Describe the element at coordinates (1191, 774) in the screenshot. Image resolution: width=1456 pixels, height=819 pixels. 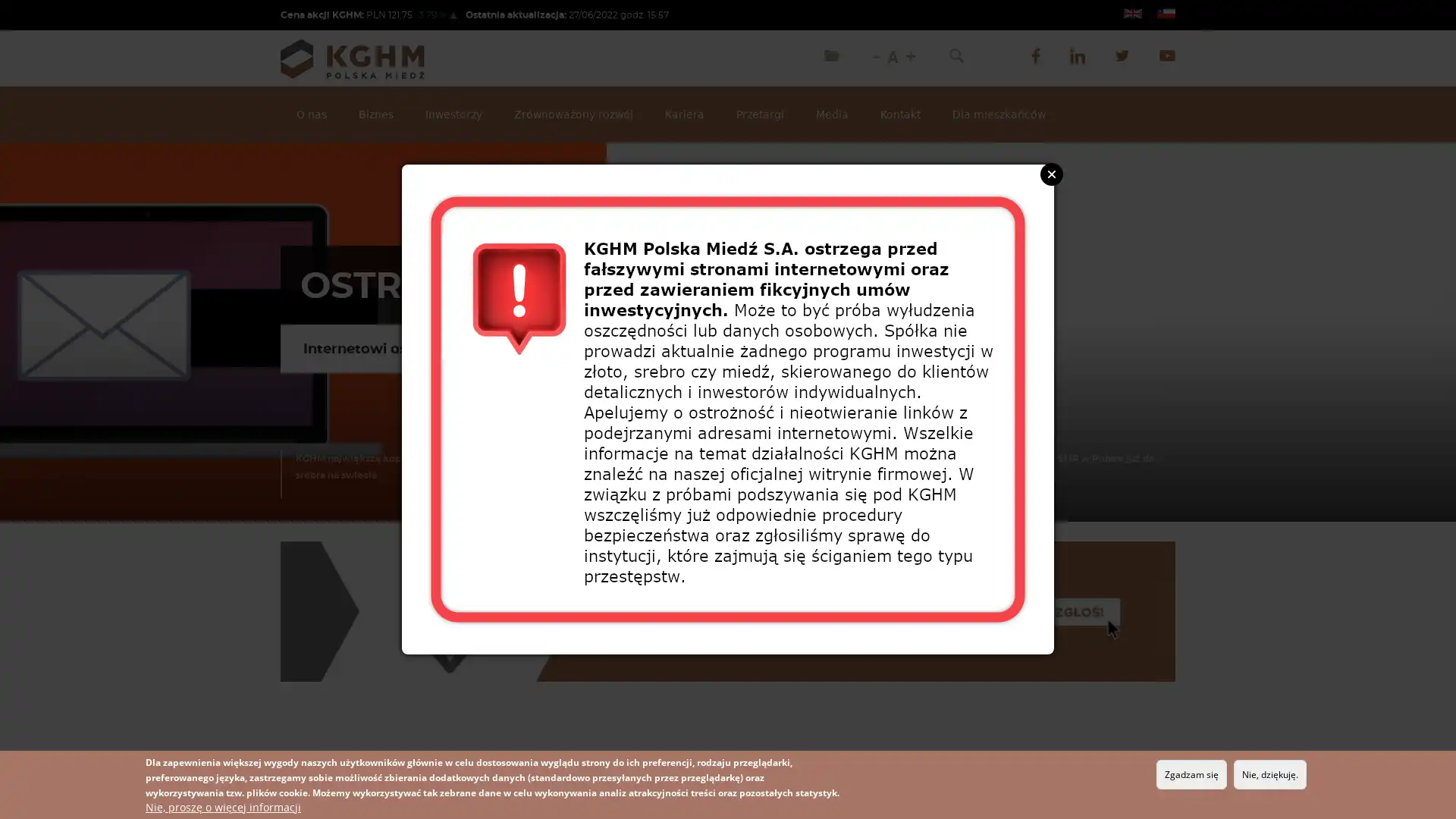
I see `Zgadzam sie` at that location.